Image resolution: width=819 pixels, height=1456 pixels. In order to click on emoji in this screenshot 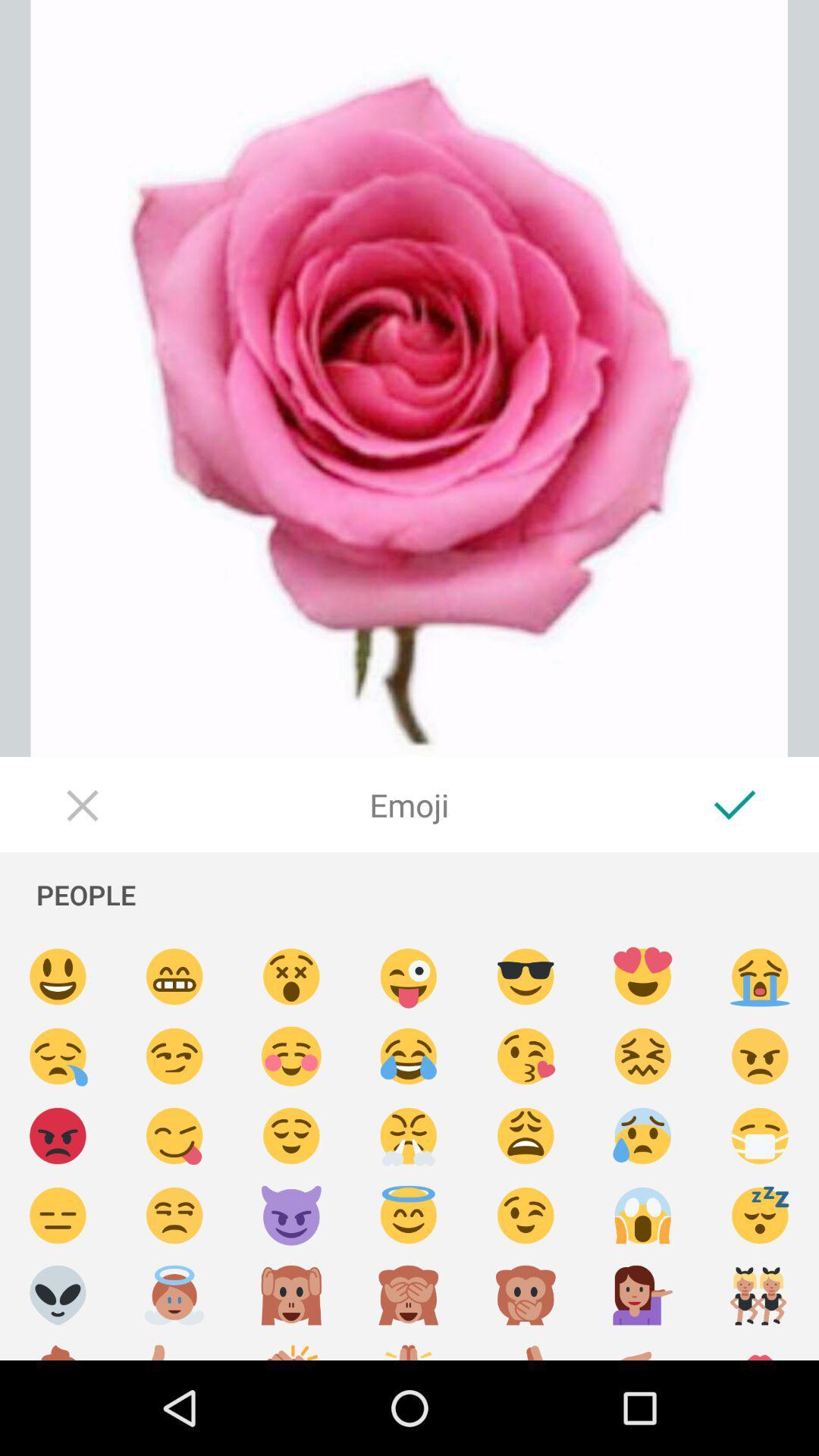, I will do `click(760, 1136)`.